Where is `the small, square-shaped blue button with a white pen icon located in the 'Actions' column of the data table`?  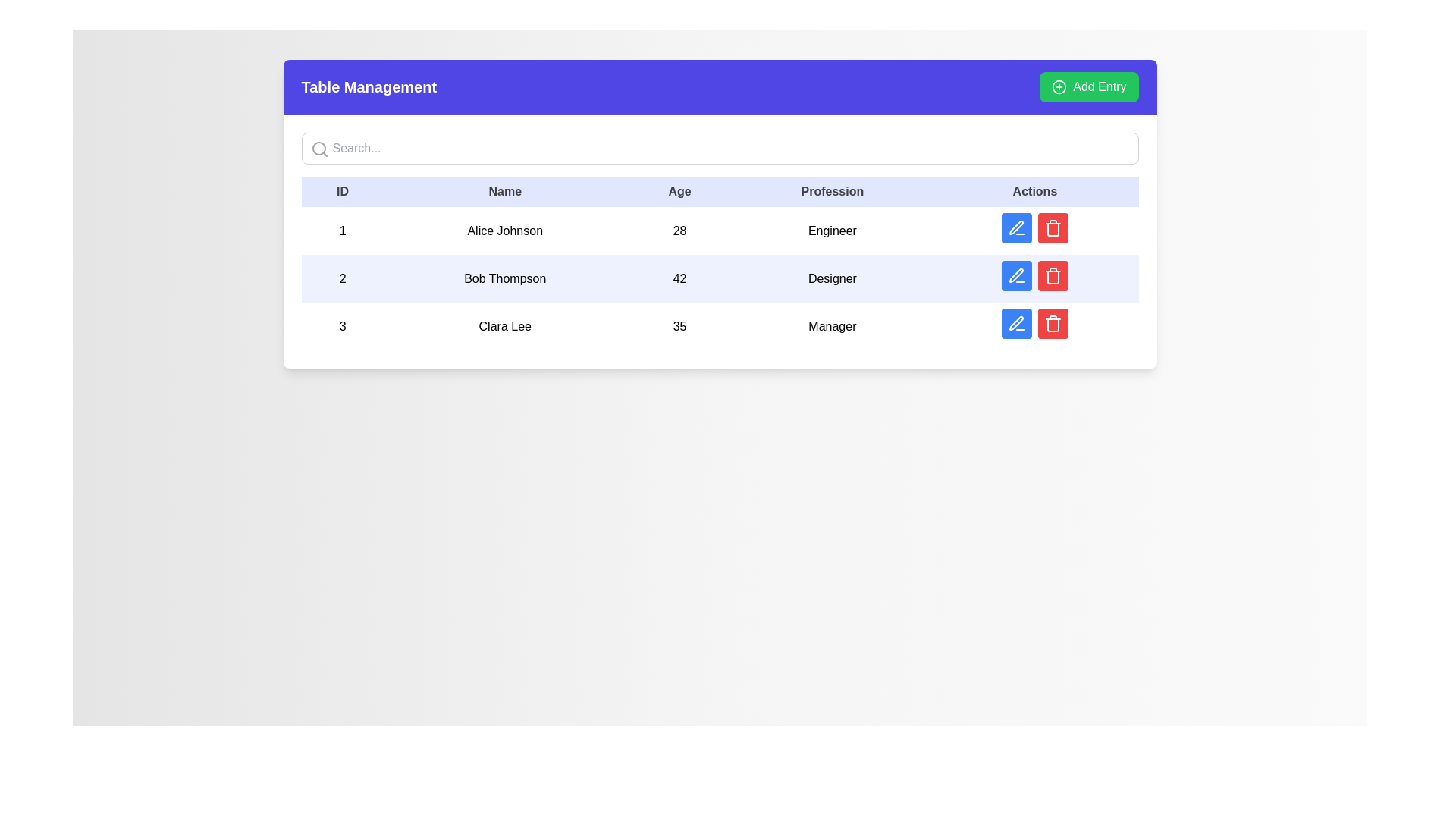
the small, square-shaped blue button with a white pen icon located in the 'Actions' column of the data table is located at coordinates (1016, 227).